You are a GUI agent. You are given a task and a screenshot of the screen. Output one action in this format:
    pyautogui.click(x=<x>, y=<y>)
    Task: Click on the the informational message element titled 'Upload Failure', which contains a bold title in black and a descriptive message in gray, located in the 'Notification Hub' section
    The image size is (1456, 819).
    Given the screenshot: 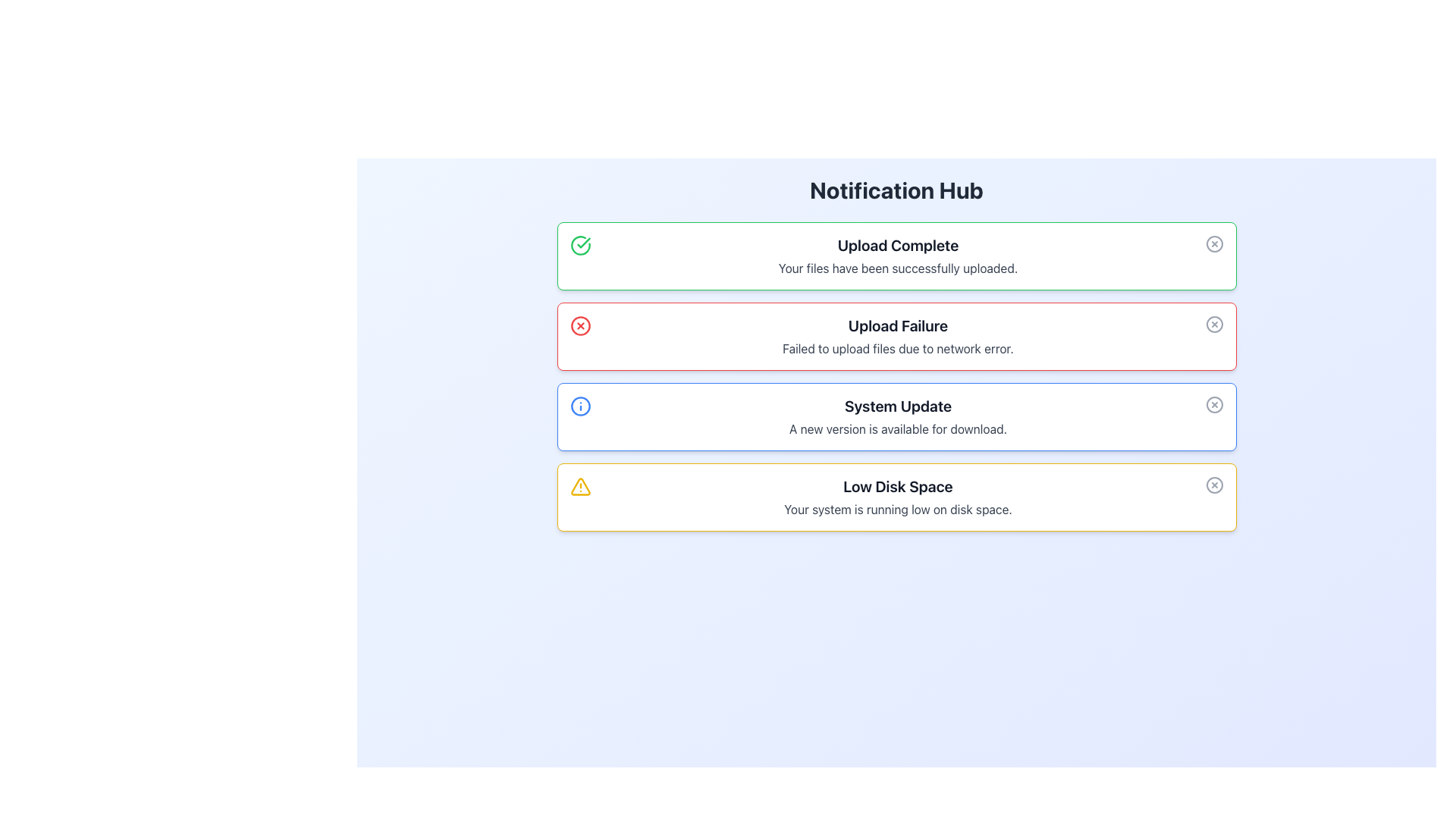 What is the action you would take?
    pyautogui.click(x=898, y=335)
    